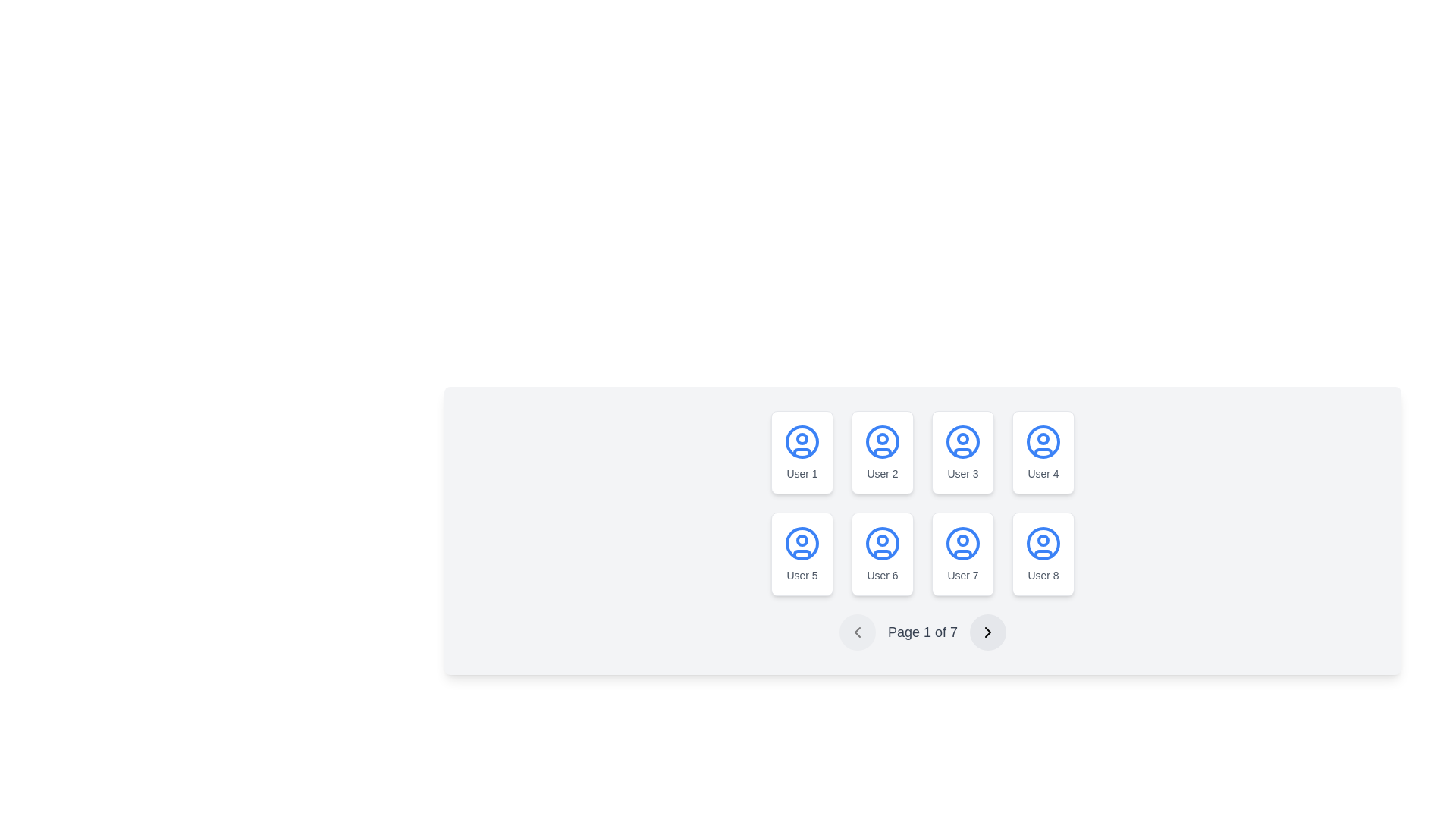  What do you see at coordinates (882, 472) in the screenshot?
I see `the text label indicating the username or identifier of the user, located in the second cell of the top row beneath the circular blue icon` at bounding box center [882, 472].